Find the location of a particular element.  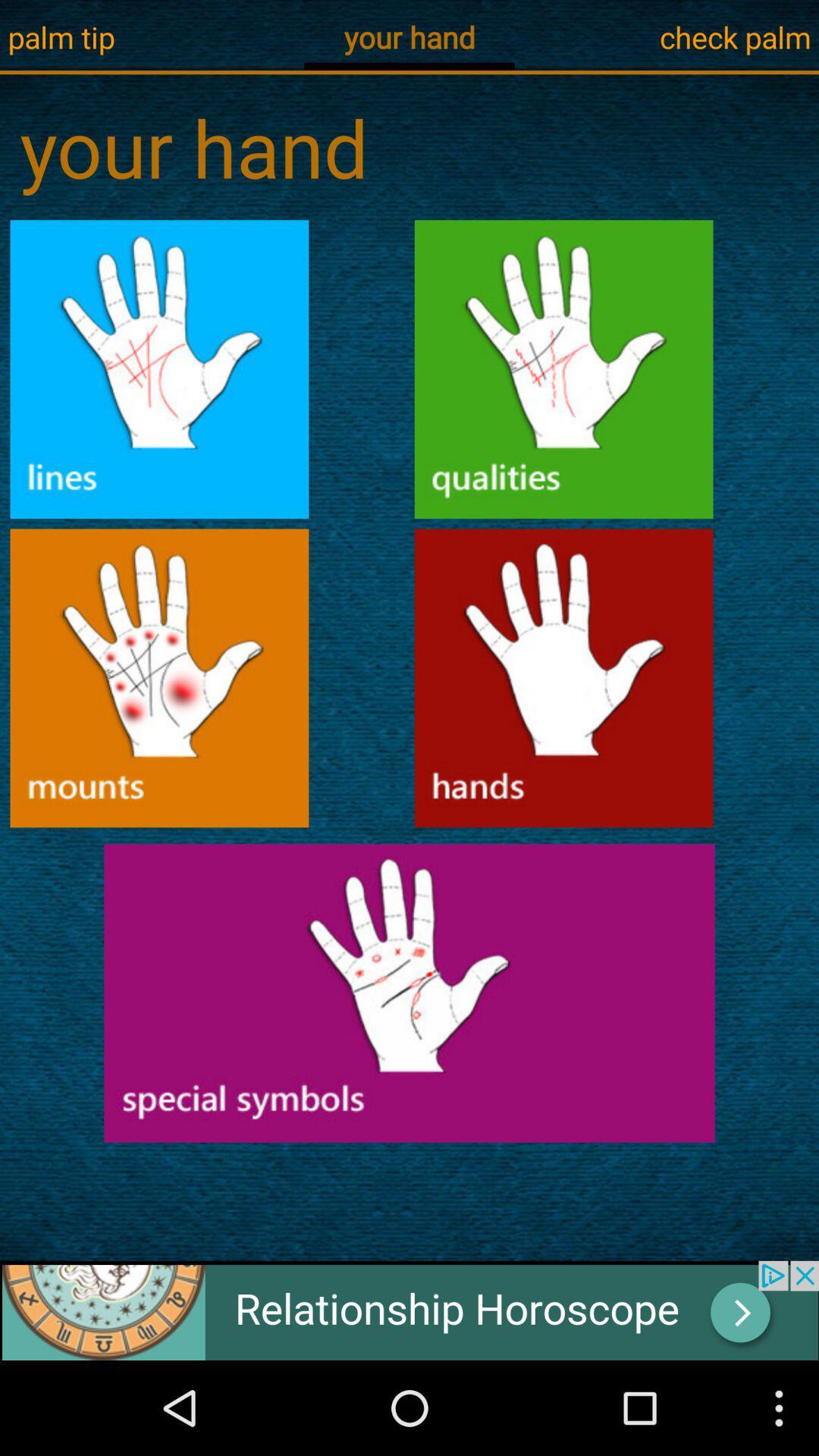

click the hand special symbols is located at coordinates (409, 993).